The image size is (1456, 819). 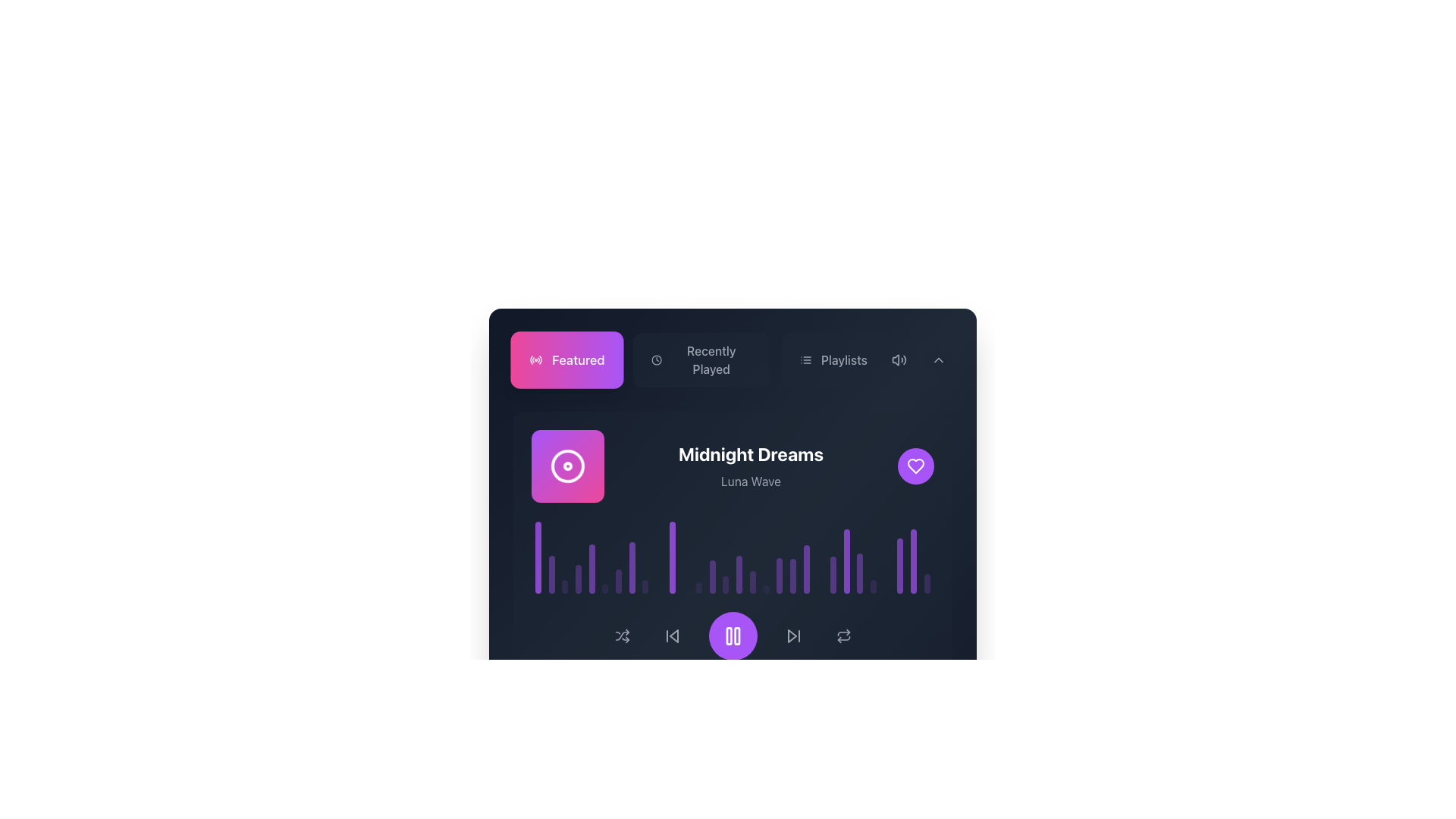 I want to click on the fifth vertical bar in the bar chart, which is rendered in a semi-transparent purple color and has rounded edges, so click(x=591, y=569).